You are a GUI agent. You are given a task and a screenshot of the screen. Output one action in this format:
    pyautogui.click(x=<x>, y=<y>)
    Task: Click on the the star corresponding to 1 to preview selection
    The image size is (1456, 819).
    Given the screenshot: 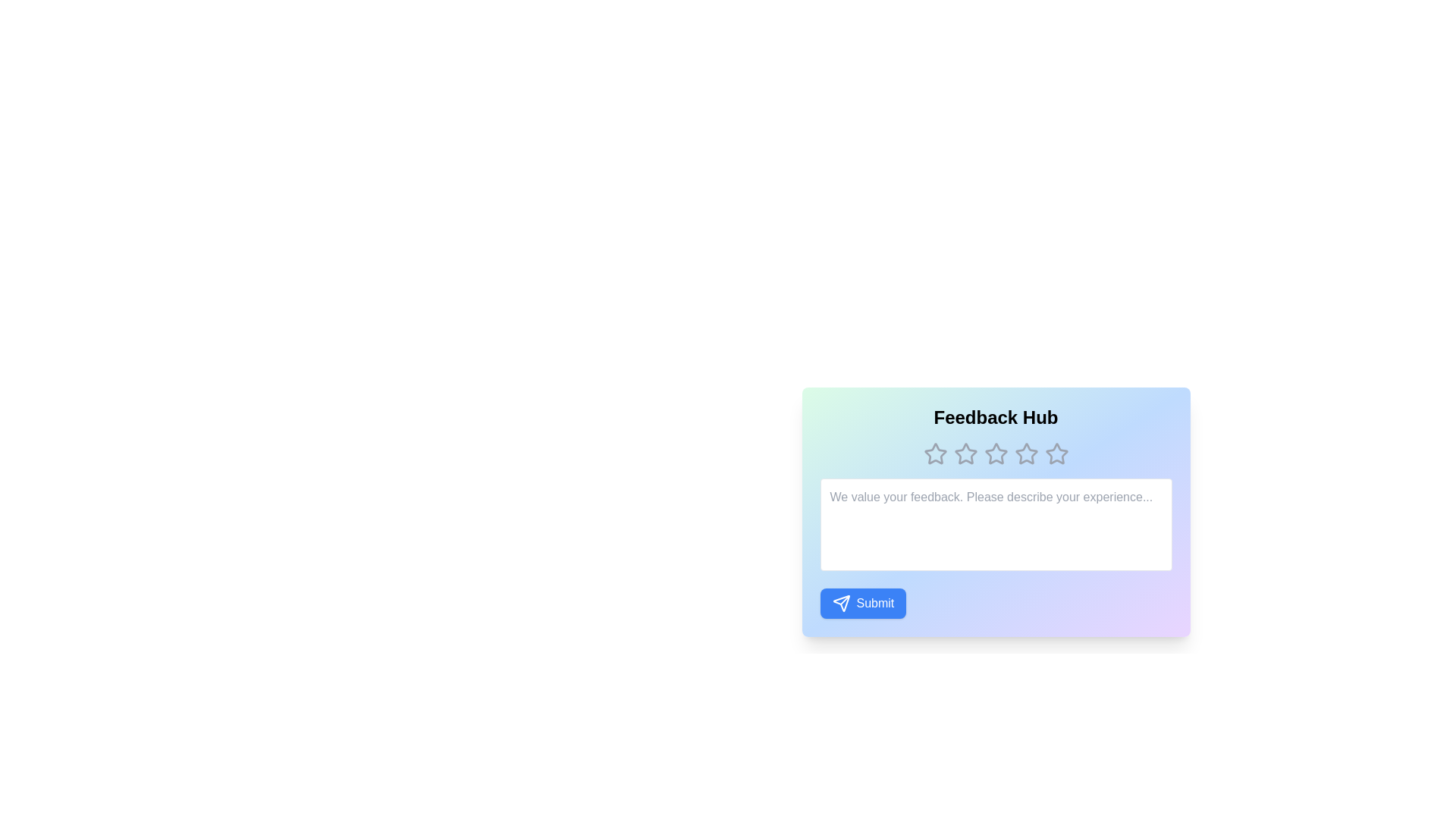 What is the action you would take?
    pyautogui.click(x=934, y=453)
    